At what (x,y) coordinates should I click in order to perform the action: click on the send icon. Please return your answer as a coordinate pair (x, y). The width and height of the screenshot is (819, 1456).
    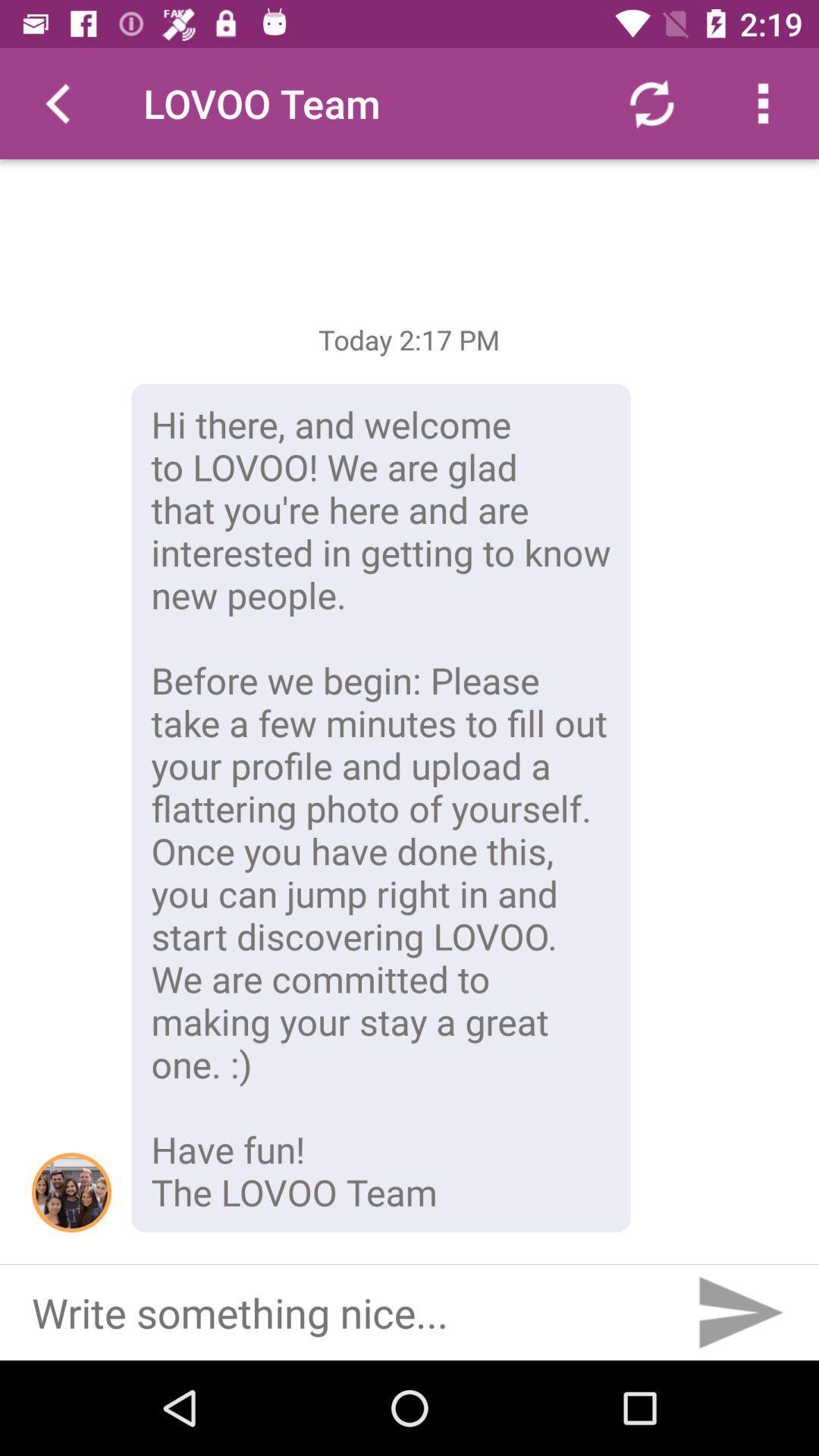
    Looking at the image, I should click on (739, 1312).